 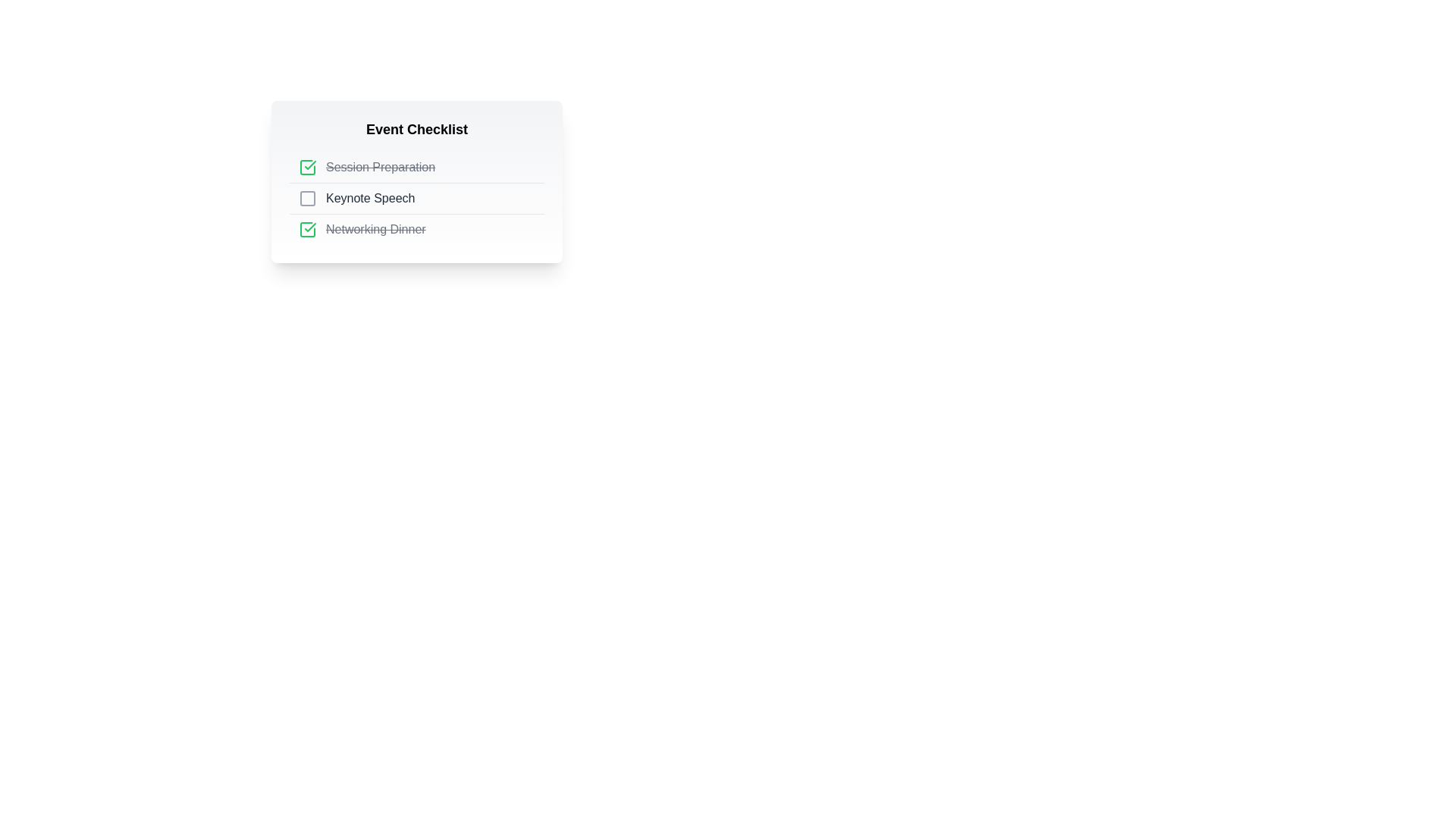 I want to click on the completed task label 'Session Preparation' in the Event Checklist, which is styled with strikethrough and gray color to indicate its completion, so click(x=381, y=167).